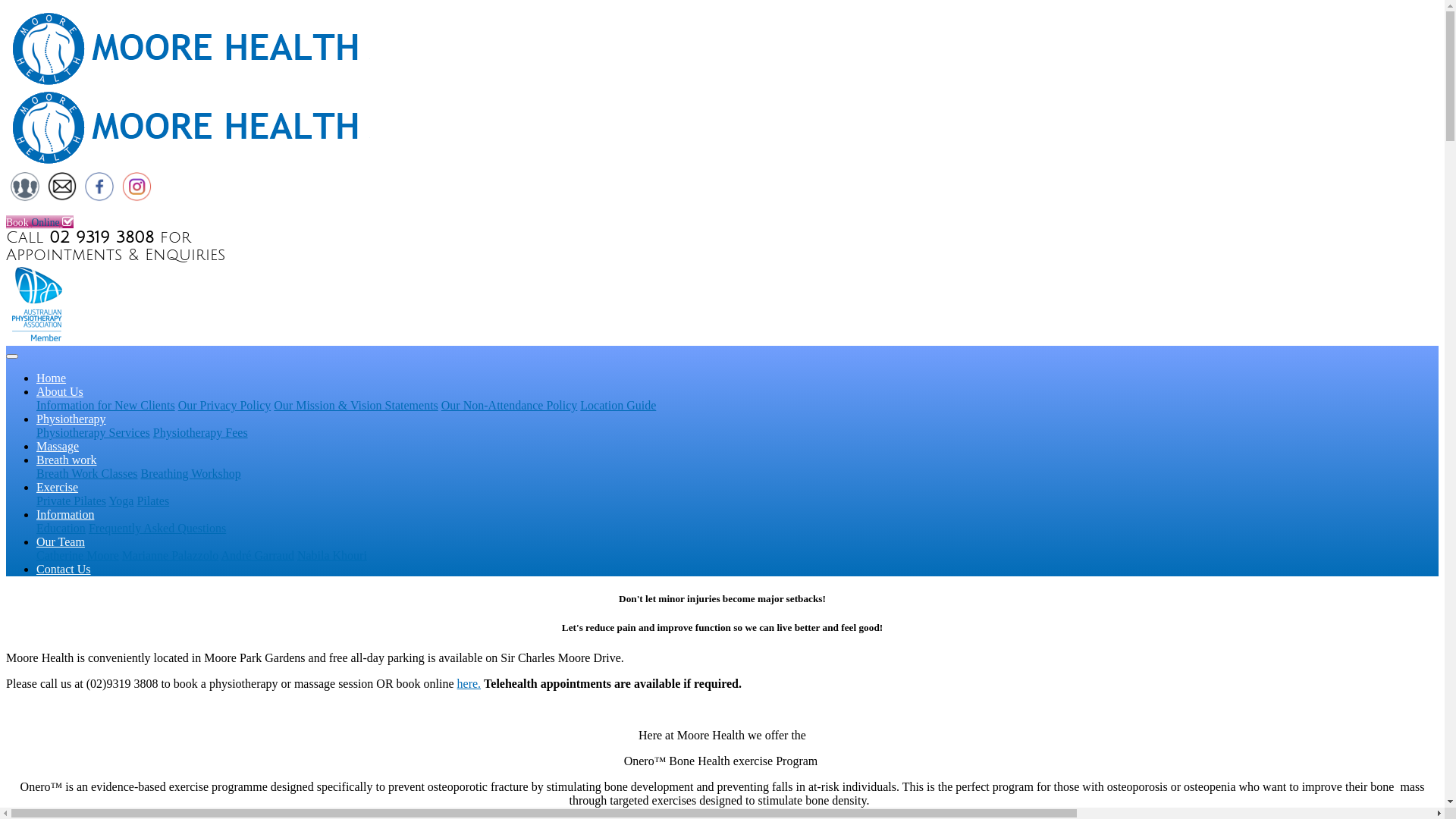 Image resolution: width=1456 pixels, height=819 pixels. What do you see at coordinates (136, 196) in the screenshot?
I see `'Follow us on Instagram'` at bounding box center [136, 196].